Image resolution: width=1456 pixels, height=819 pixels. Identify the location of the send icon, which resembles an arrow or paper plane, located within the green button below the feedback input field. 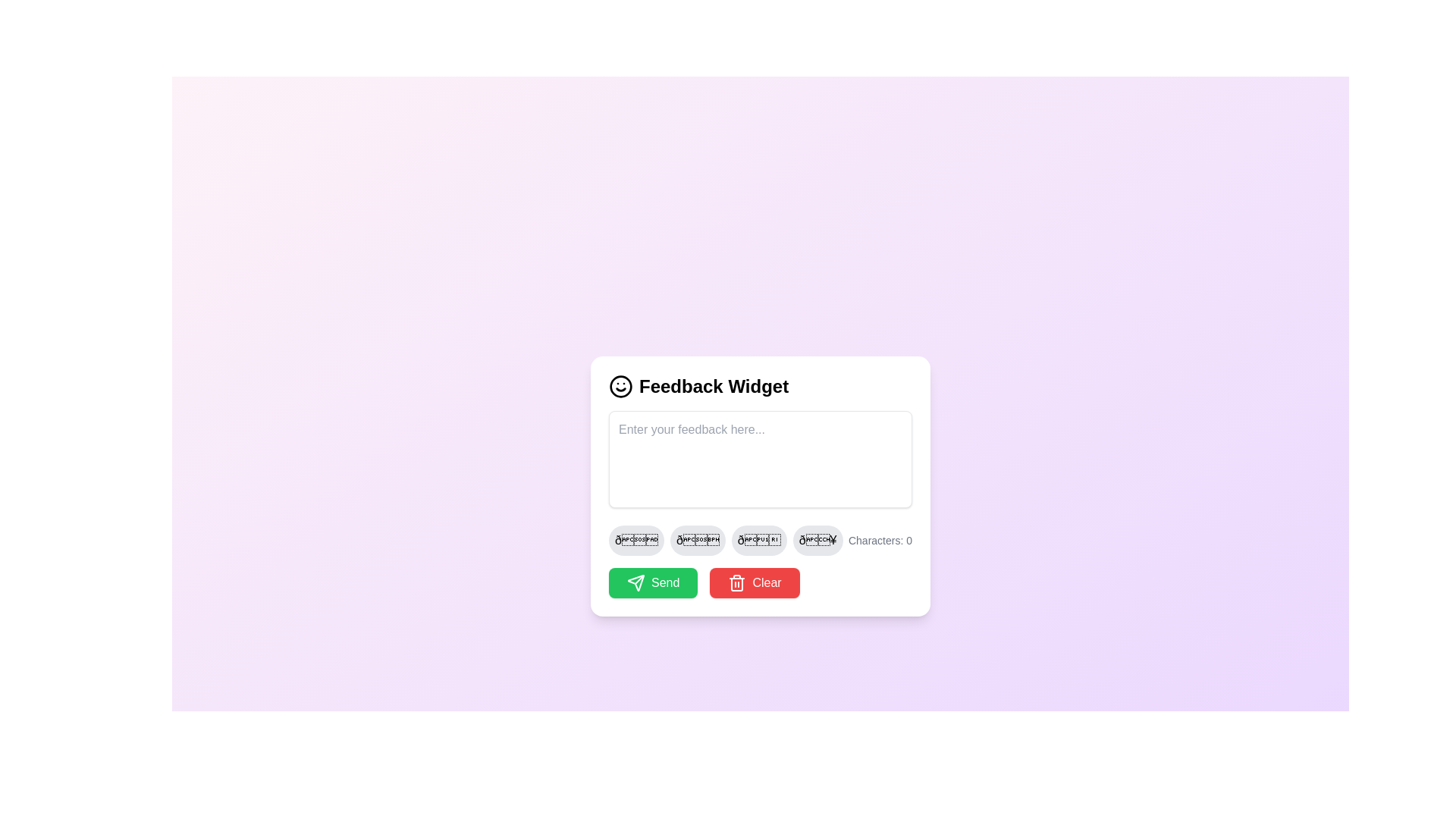
(636, 582).